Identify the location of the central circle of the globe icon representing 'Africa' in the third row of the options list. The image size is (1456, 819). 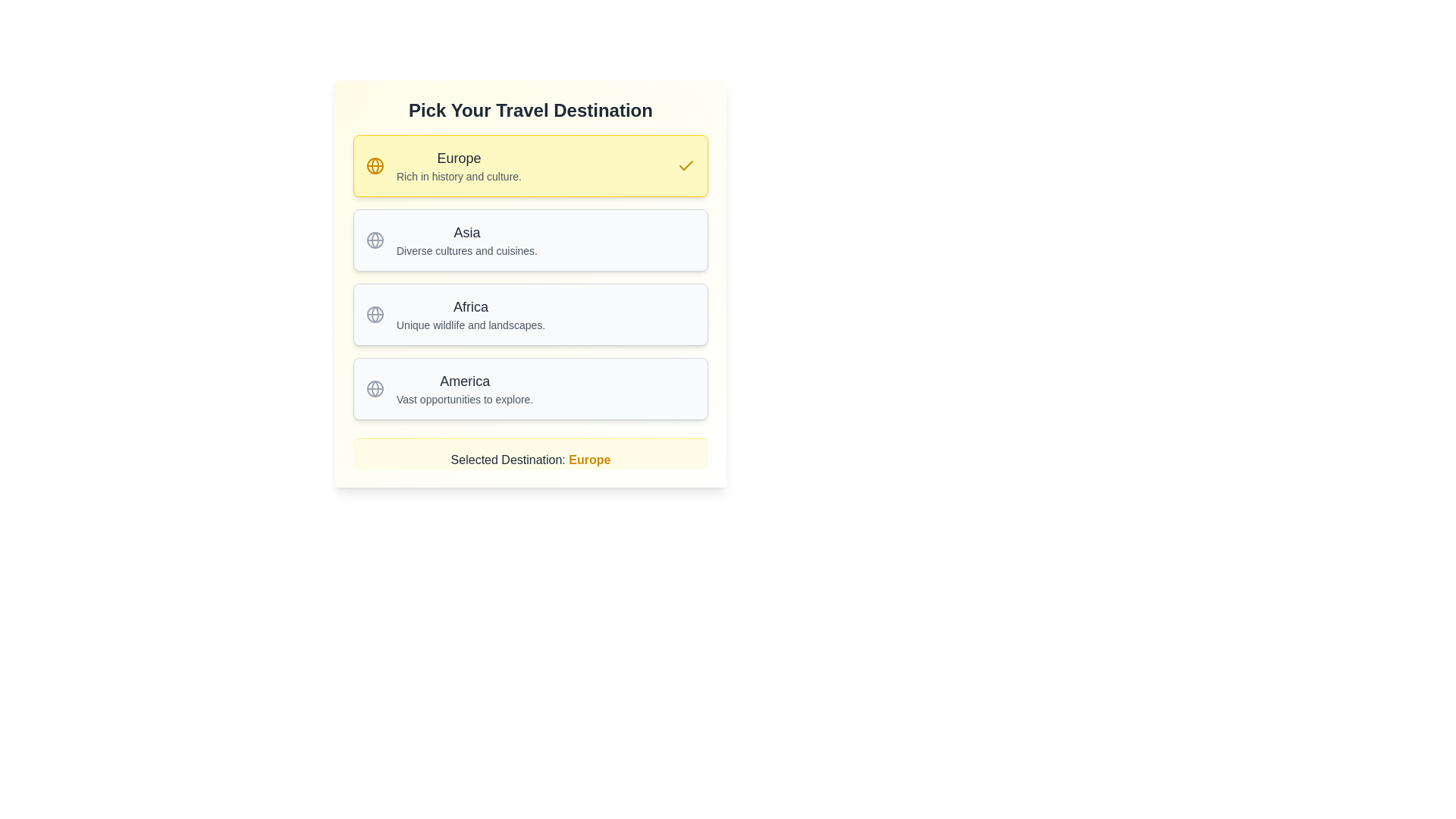
(375, 314).